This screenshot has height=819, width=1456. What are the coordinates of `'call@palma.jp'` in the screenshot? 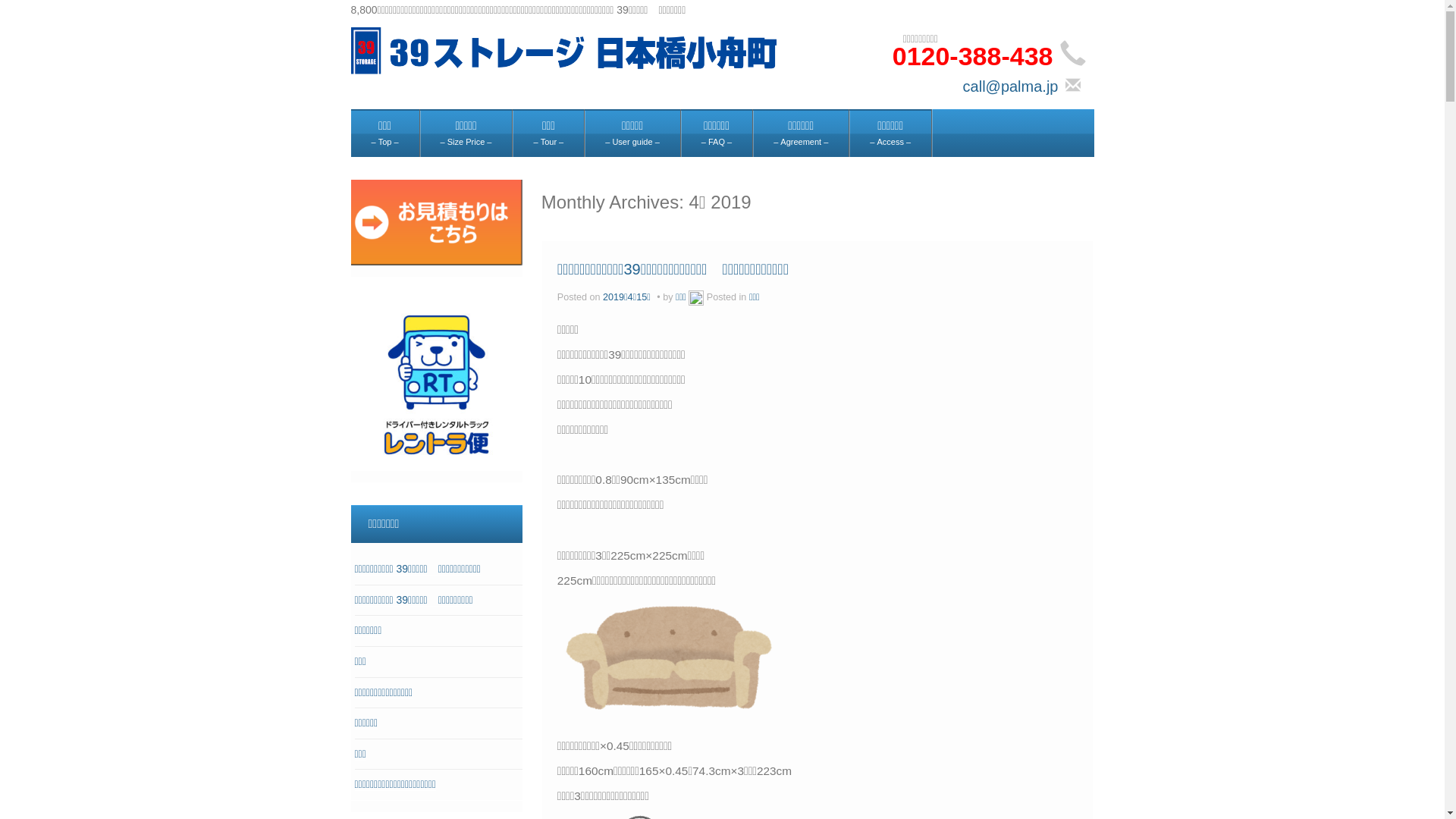 It's located at (1011, 86).